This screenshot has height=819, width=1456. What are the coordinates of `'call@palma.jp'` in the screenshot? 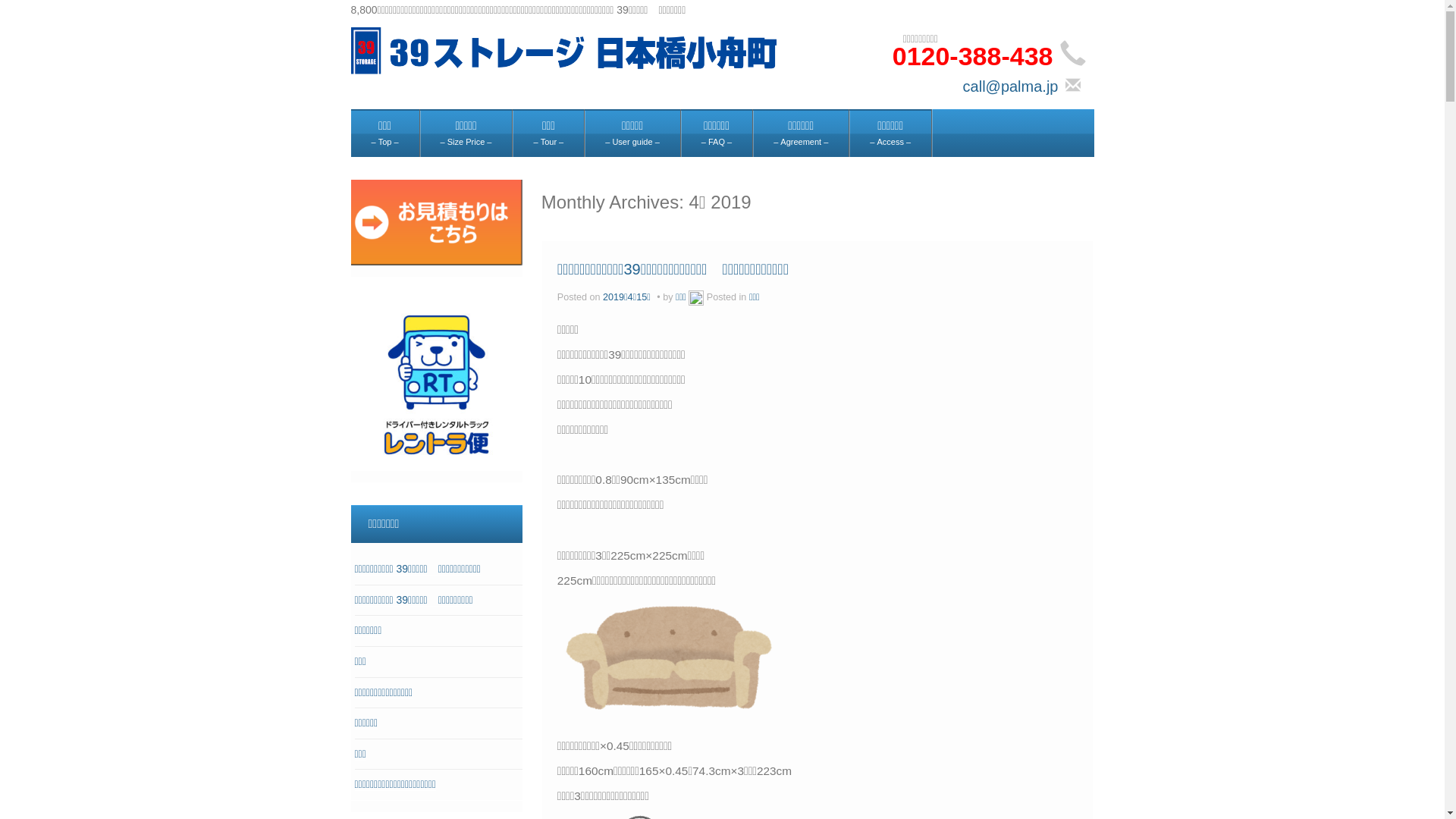 It's located at (1011, 86).